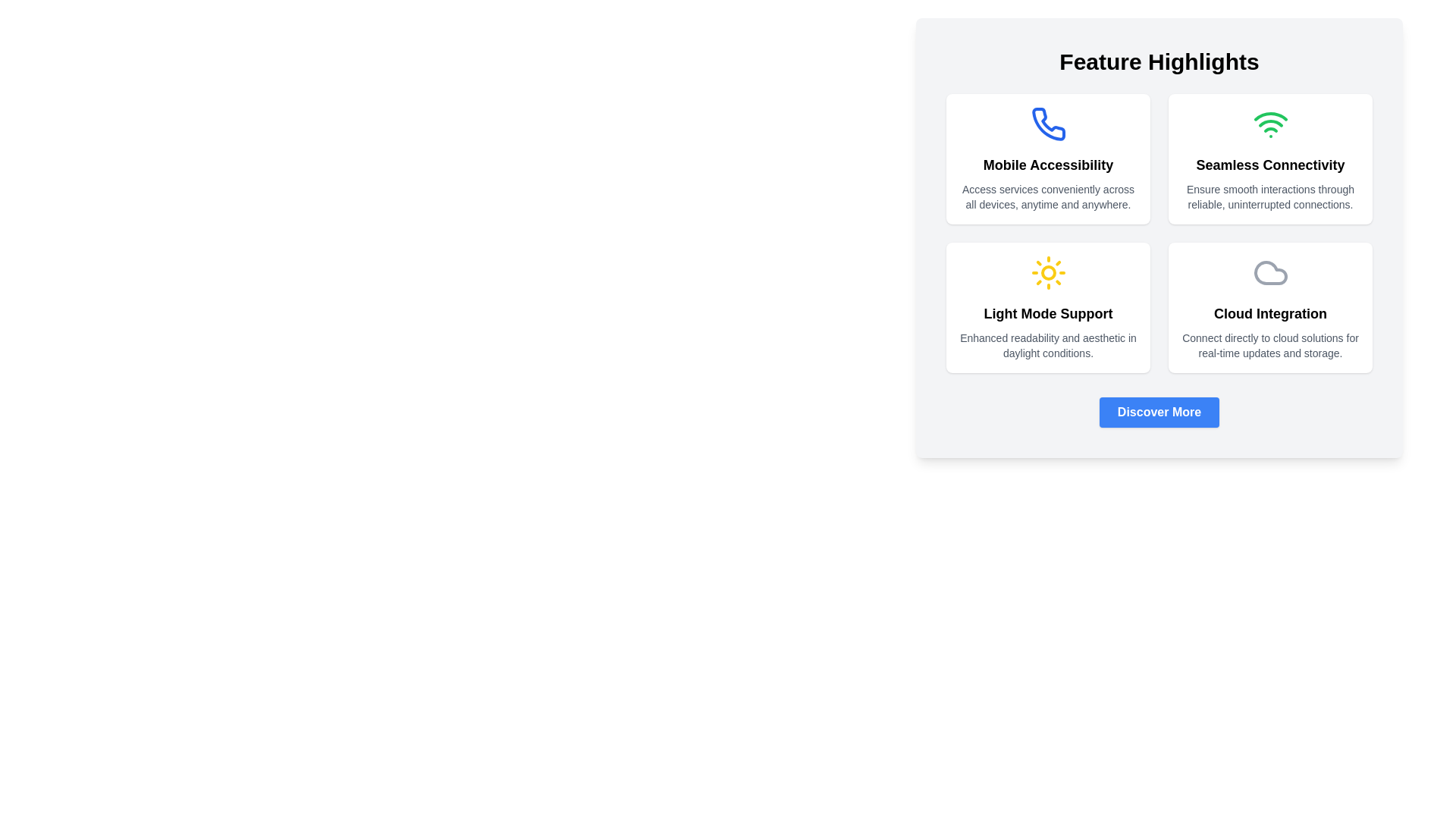 The image size is (1456, 819). I want to click on the text block styled with small, centered gray text that reads: 'Enhanced readability and aesthetic in daylight conditions.' located at the bottom of the 'Light Mode Support' card, so click(1047, 345).